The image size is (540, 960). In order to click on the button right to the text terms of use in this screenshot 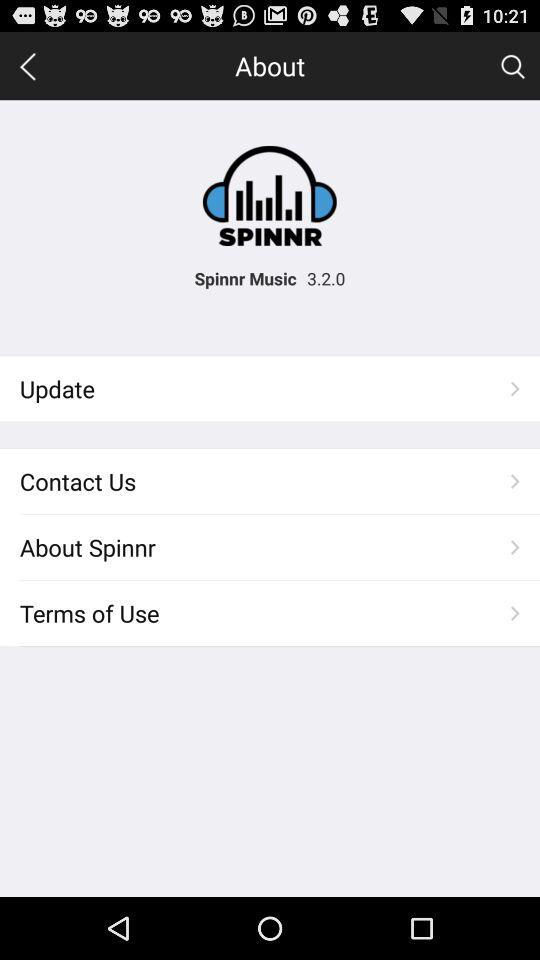, I will do `click(515, 612)`.